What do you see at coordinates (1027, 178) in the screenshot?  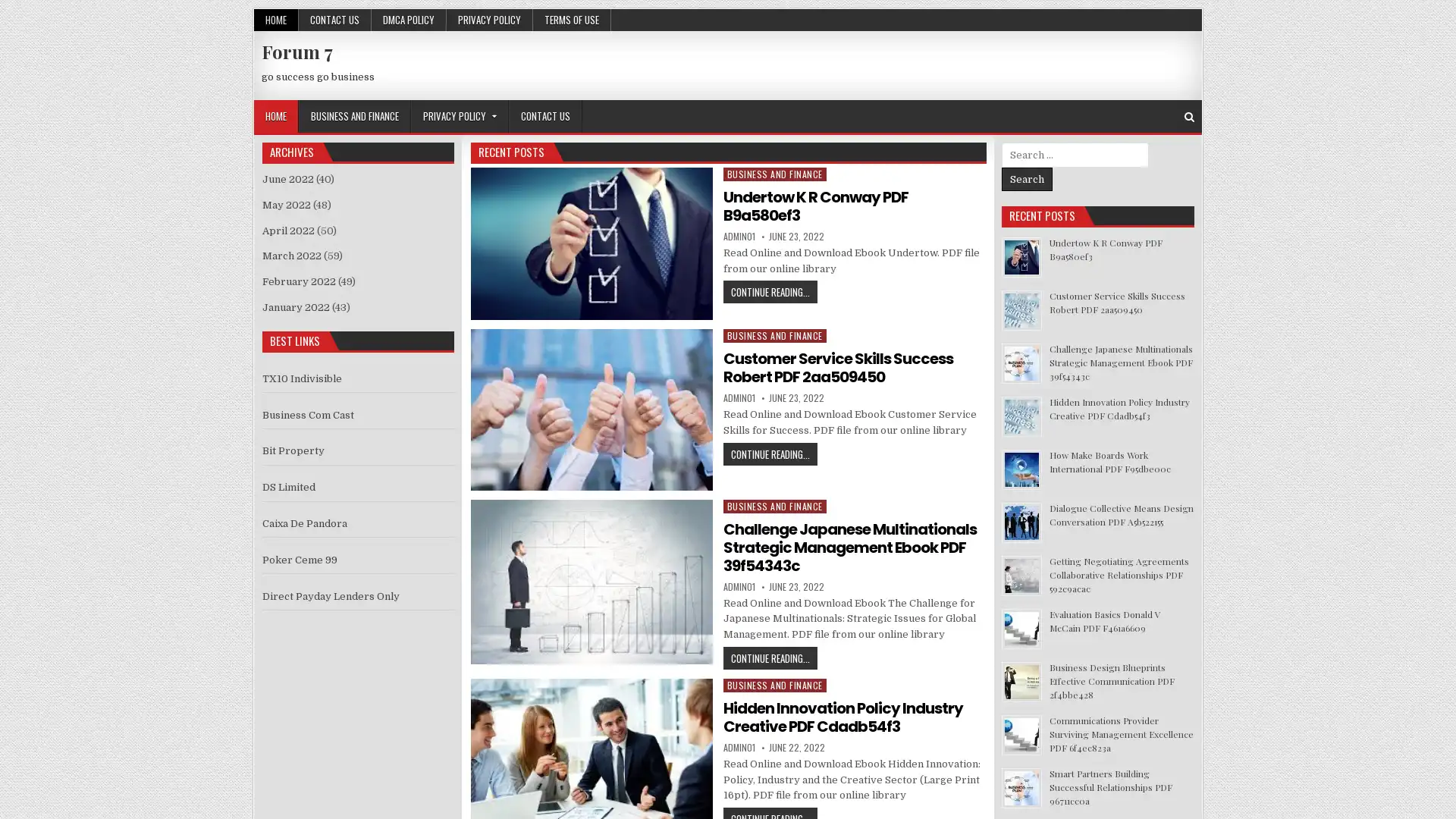 I see `Search` at bounding box center [1027, 178].